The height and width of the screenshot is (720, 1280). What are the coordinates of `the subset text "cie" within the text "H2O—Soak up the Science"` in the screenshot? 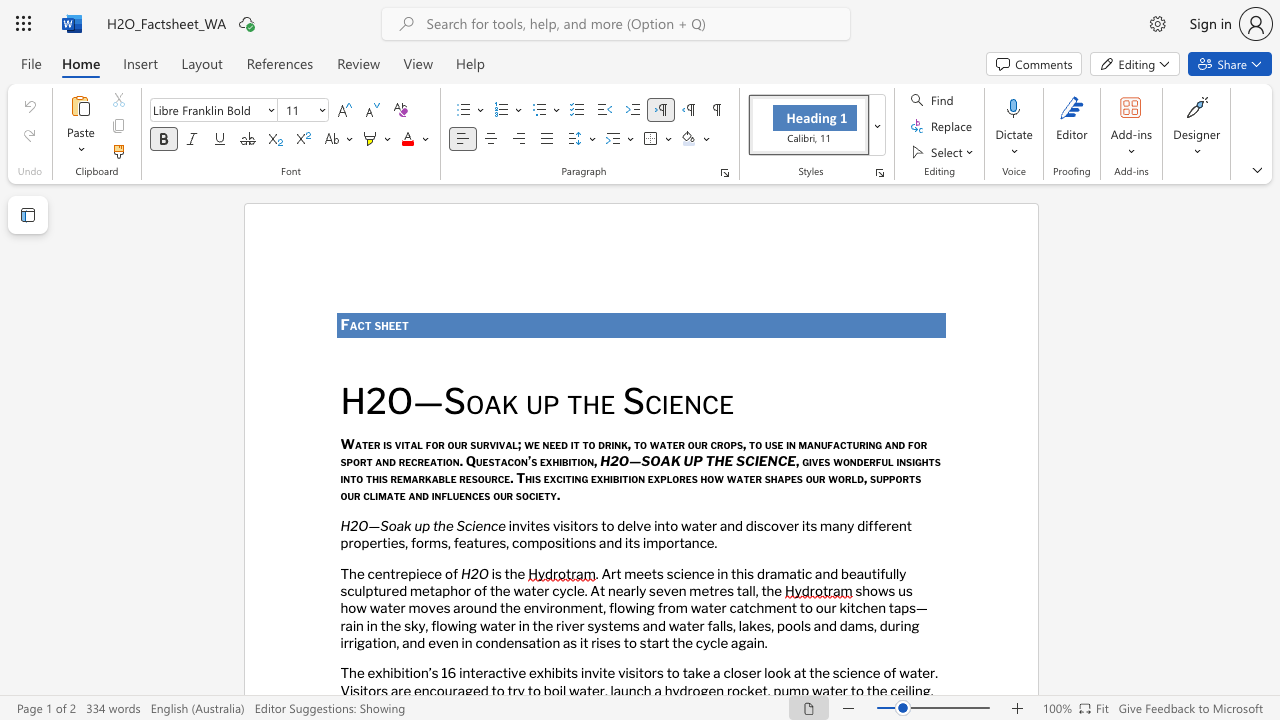 It's located at (464, 524).